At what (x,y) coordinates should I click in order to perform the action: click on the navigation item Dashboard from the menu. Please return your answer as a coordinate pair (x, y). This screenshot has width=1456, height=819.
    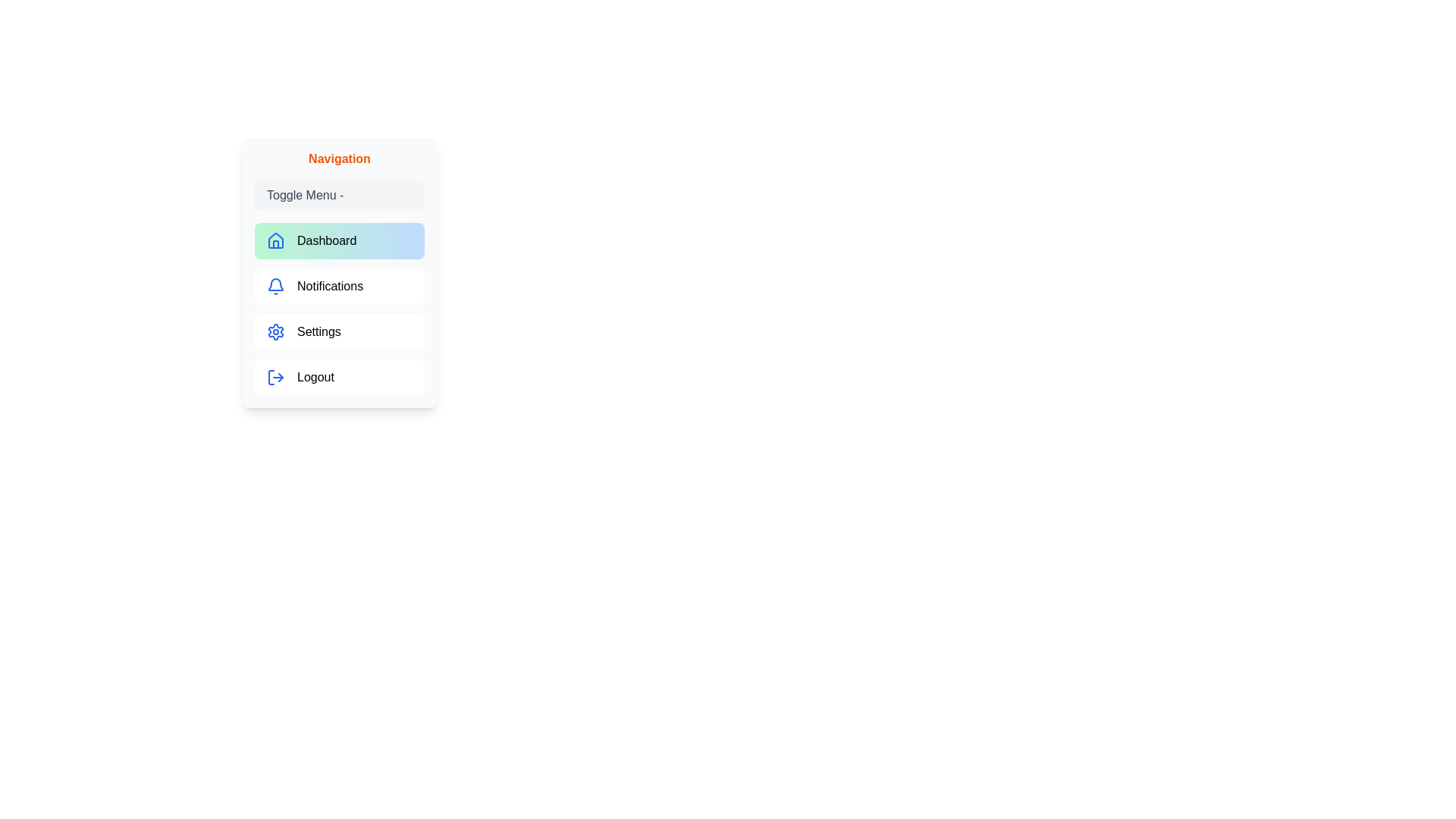
    Looking at the image, I should click on (338, 240).